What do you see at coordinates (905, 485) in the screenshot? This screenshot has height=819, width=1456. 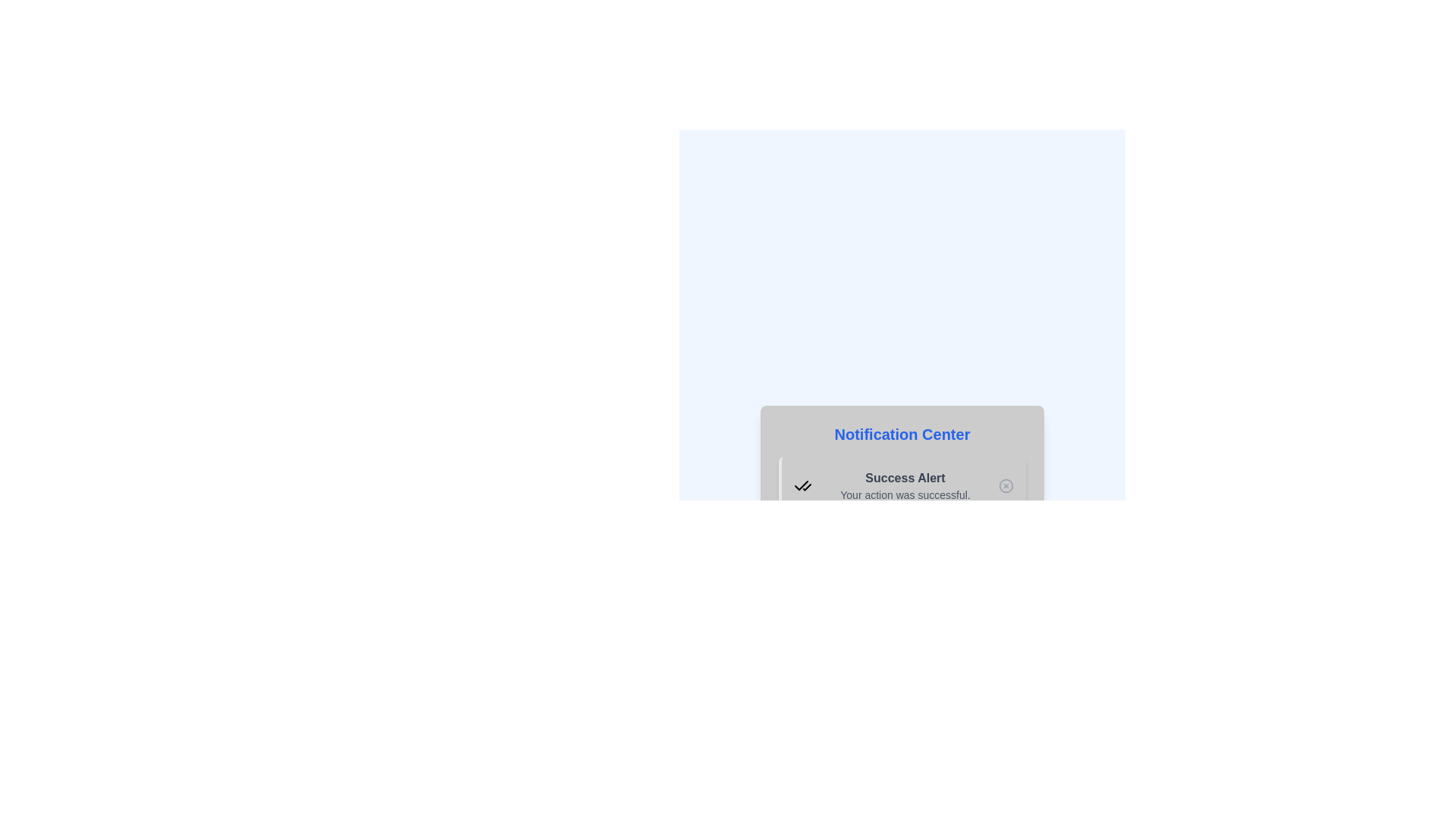 I see `'Success Alert' notification message displayed in a light gray background, which states 'Your action was successful.'` at bounding box center [905, 485].